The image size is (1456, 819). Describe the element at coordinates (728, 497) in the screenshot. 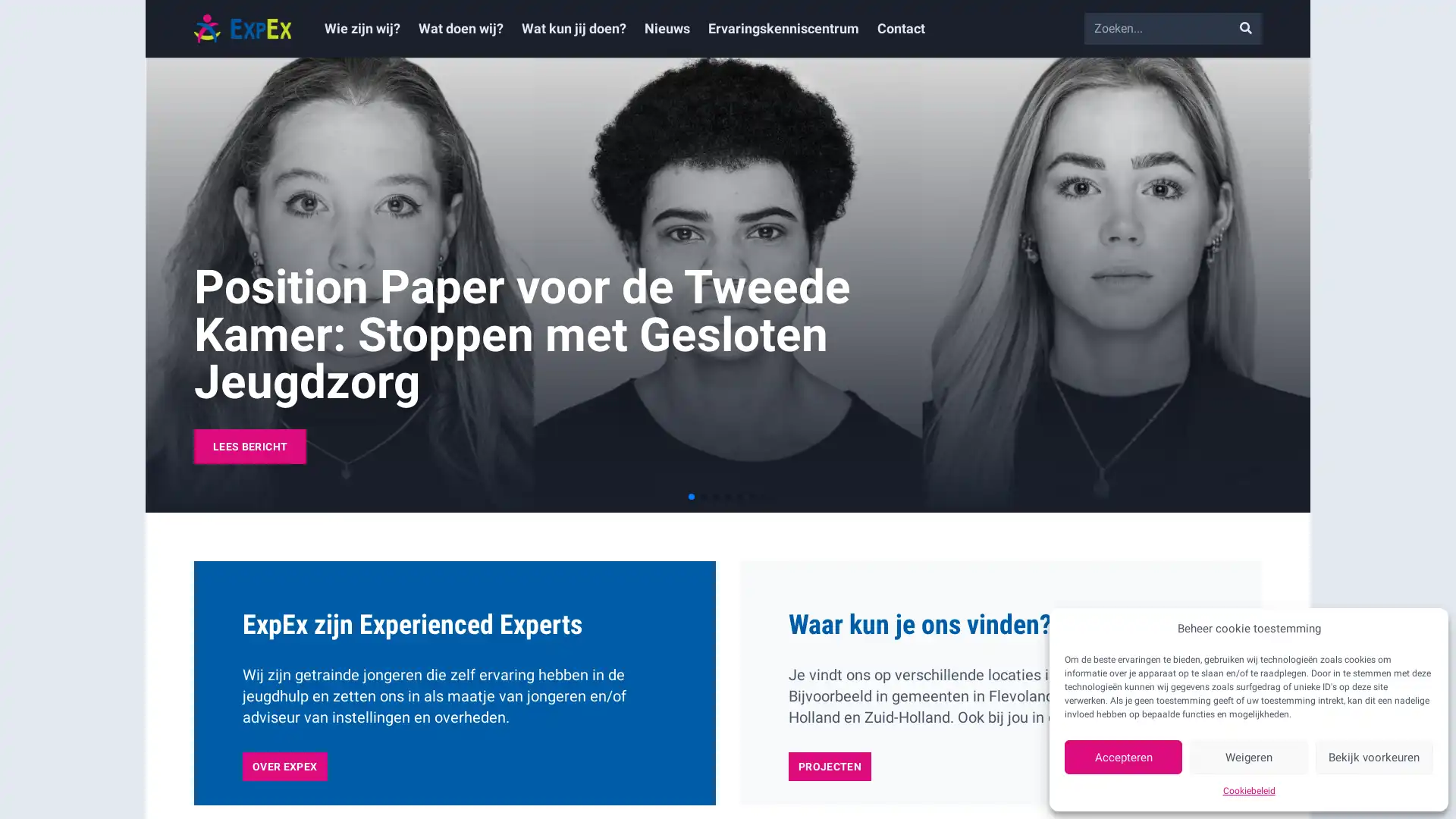

I see `Go to slide 4` at that location.